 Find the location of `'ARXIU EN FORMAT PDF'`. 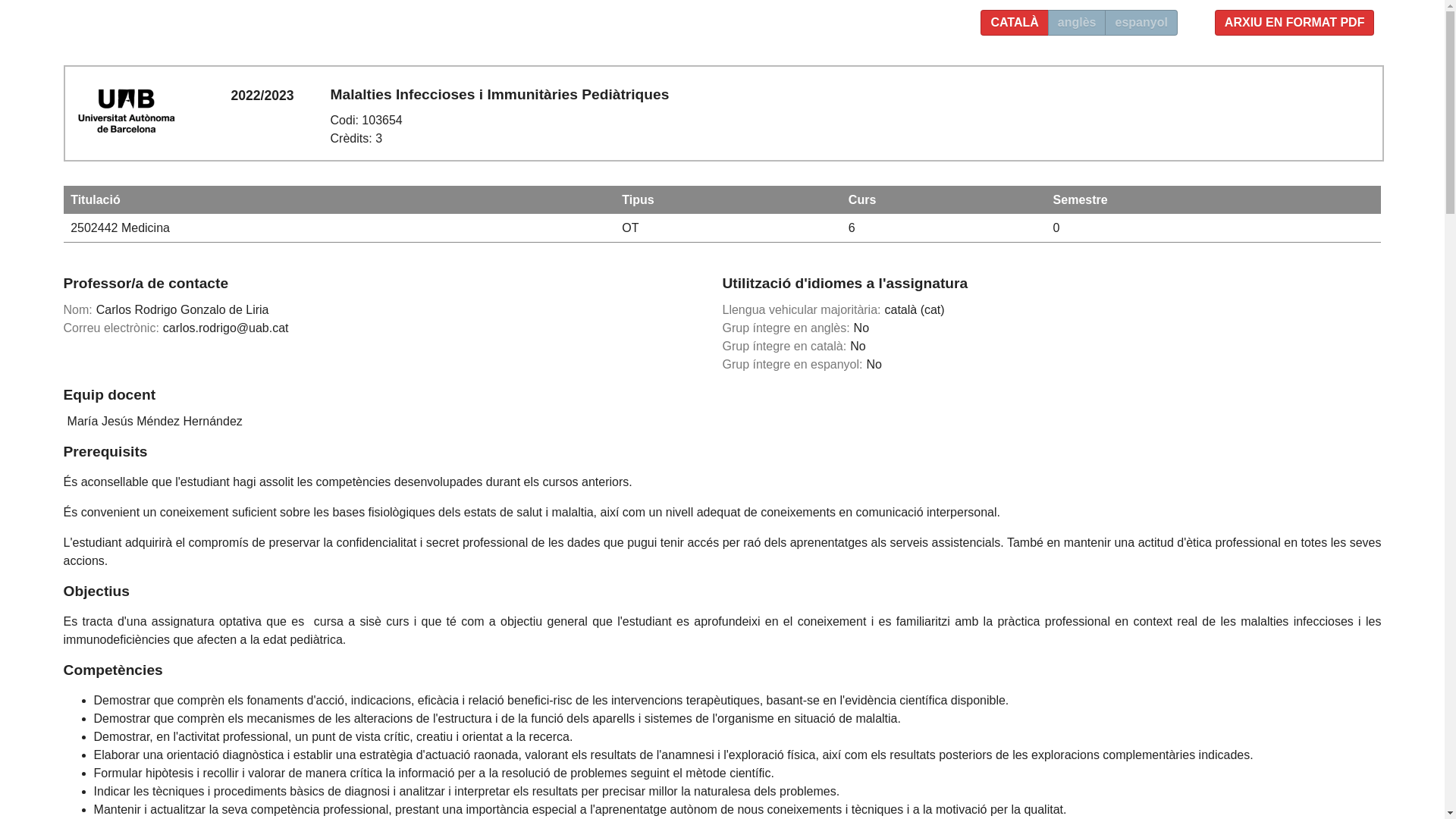

'ARXIU EN FORMAT PDF' is located at coordinates (1294, 22).